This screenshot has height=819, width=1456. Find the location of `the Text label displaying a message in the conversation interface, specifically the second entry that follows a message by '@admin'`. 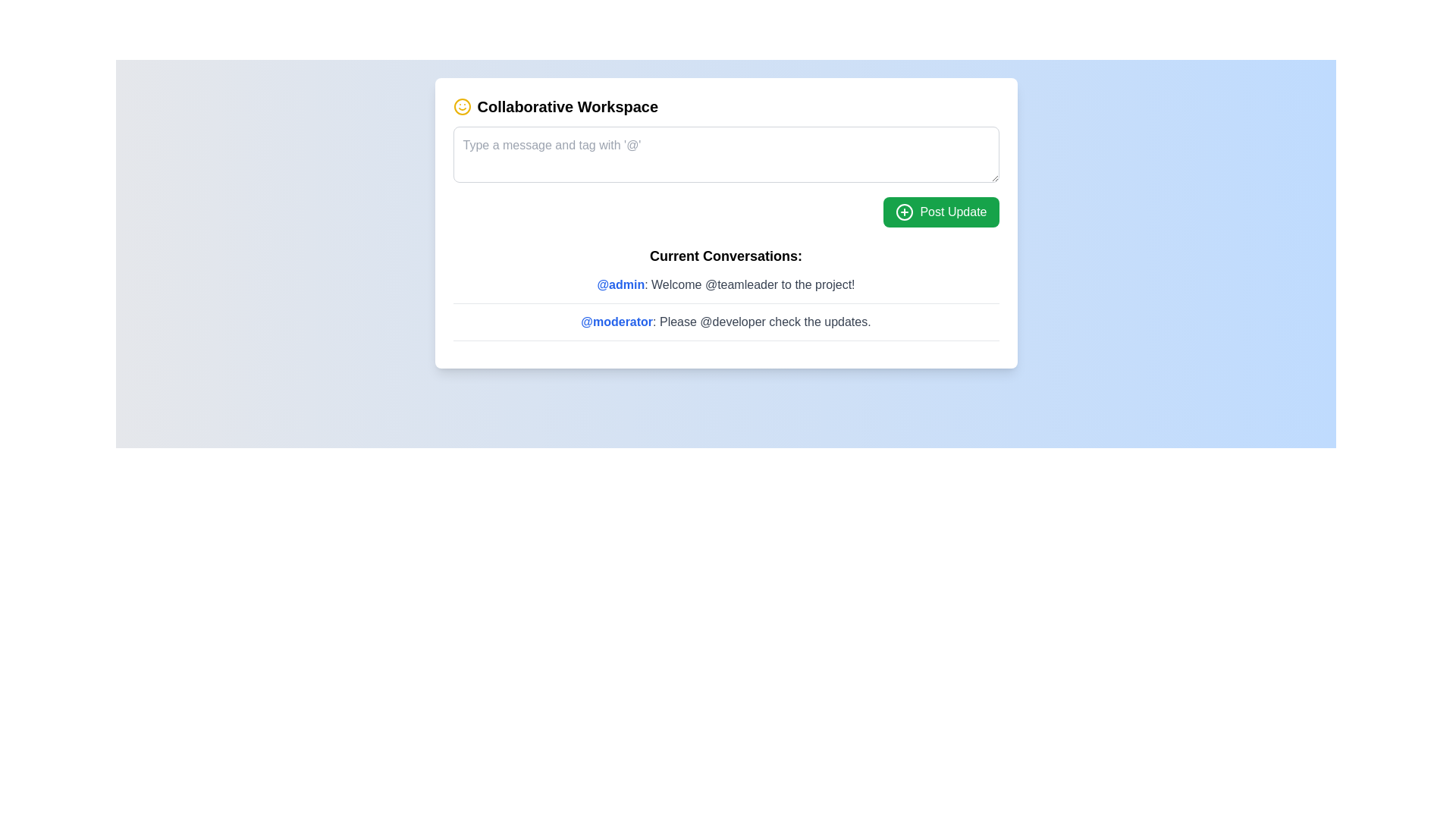

the Text label displaying a message in the conversation interface, specifically the second entry that follows a message by '@admin' is located at coordinates (725, 321).